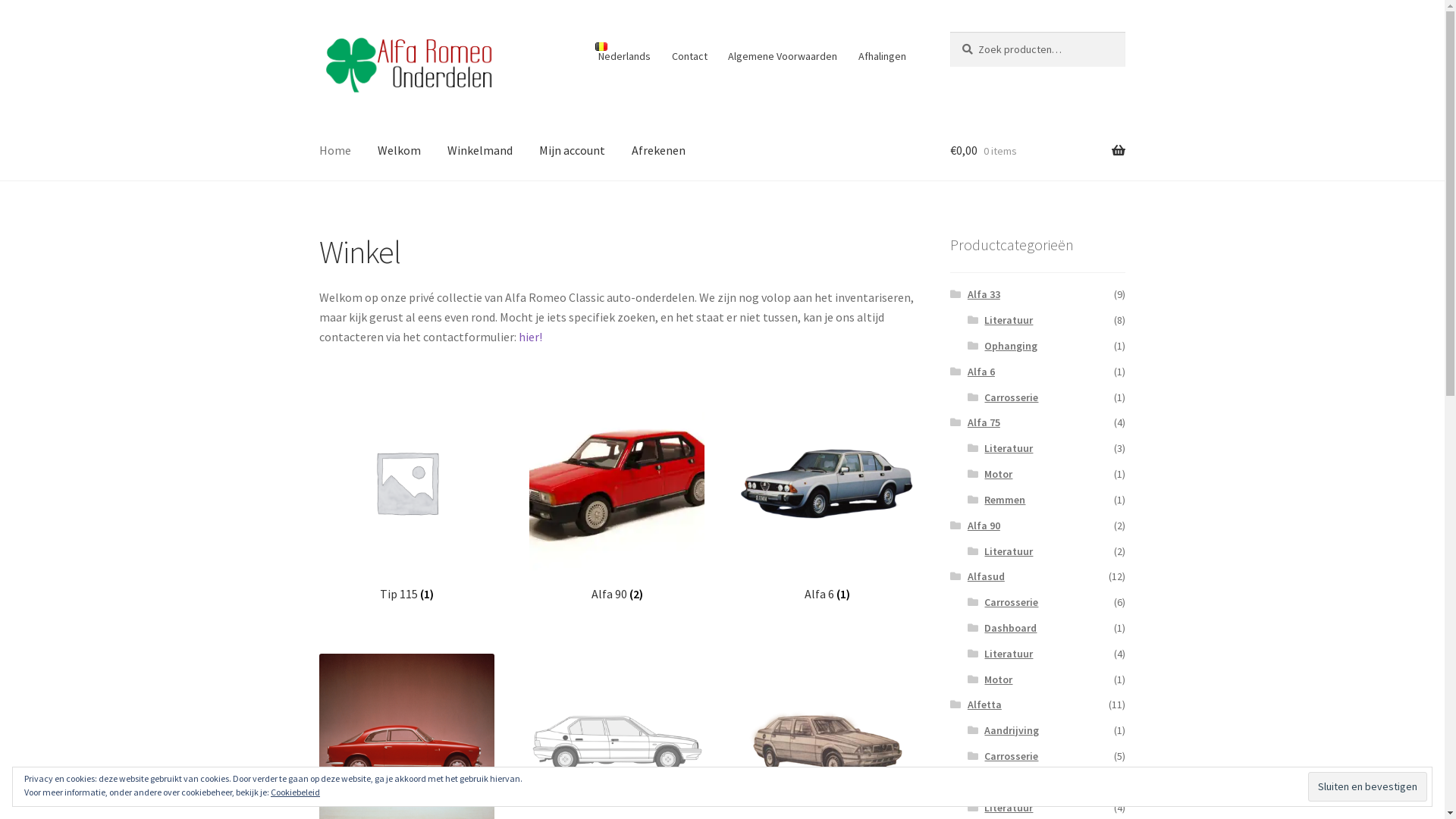 Image resolution: width=1456 pixels, height=819 pixels. Describe the element at coordinates (658, 151) in the screenshot. I see `'Afrekenen'` at that location.